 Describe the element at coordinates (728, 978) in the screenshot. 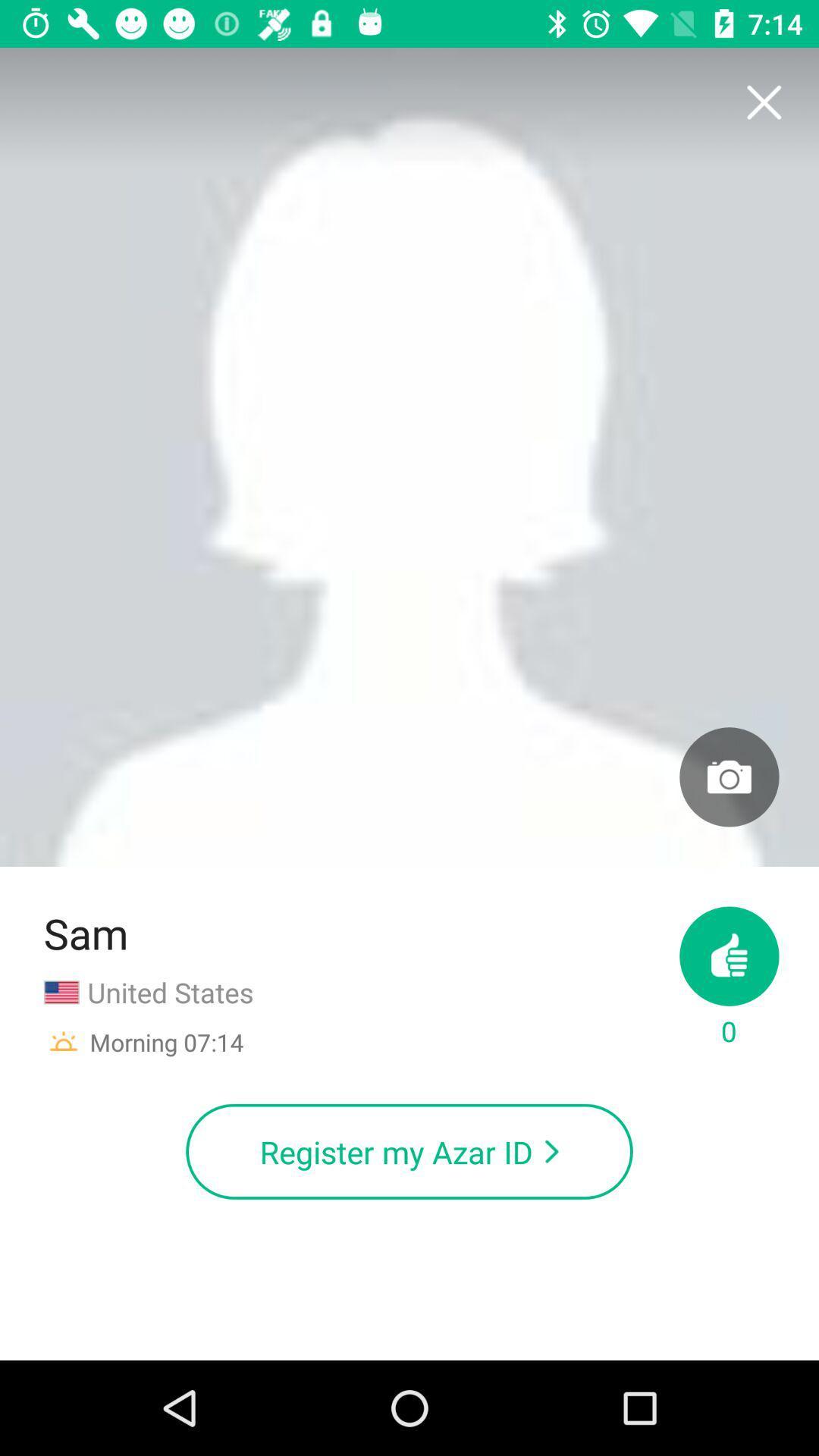

I see `the item next to the united states item` at that location.